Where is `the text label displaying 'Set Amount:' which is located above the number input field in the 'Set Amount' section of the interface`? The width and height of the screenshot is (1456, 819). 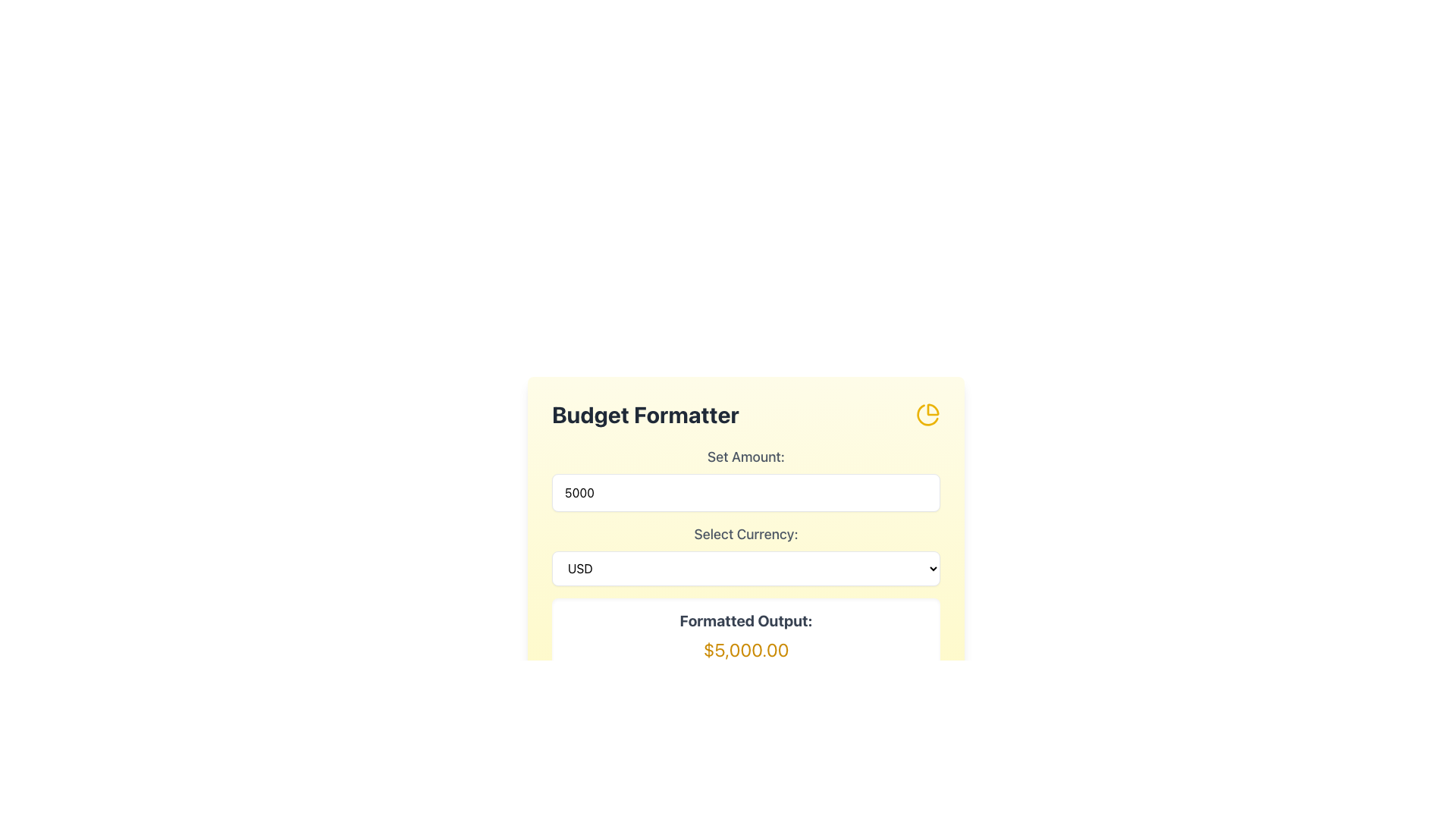
the text label displaying 'Set Amount:' which is located above the number input field in the 'Set Amount' section of the interface is located at coordinates (745, 456).